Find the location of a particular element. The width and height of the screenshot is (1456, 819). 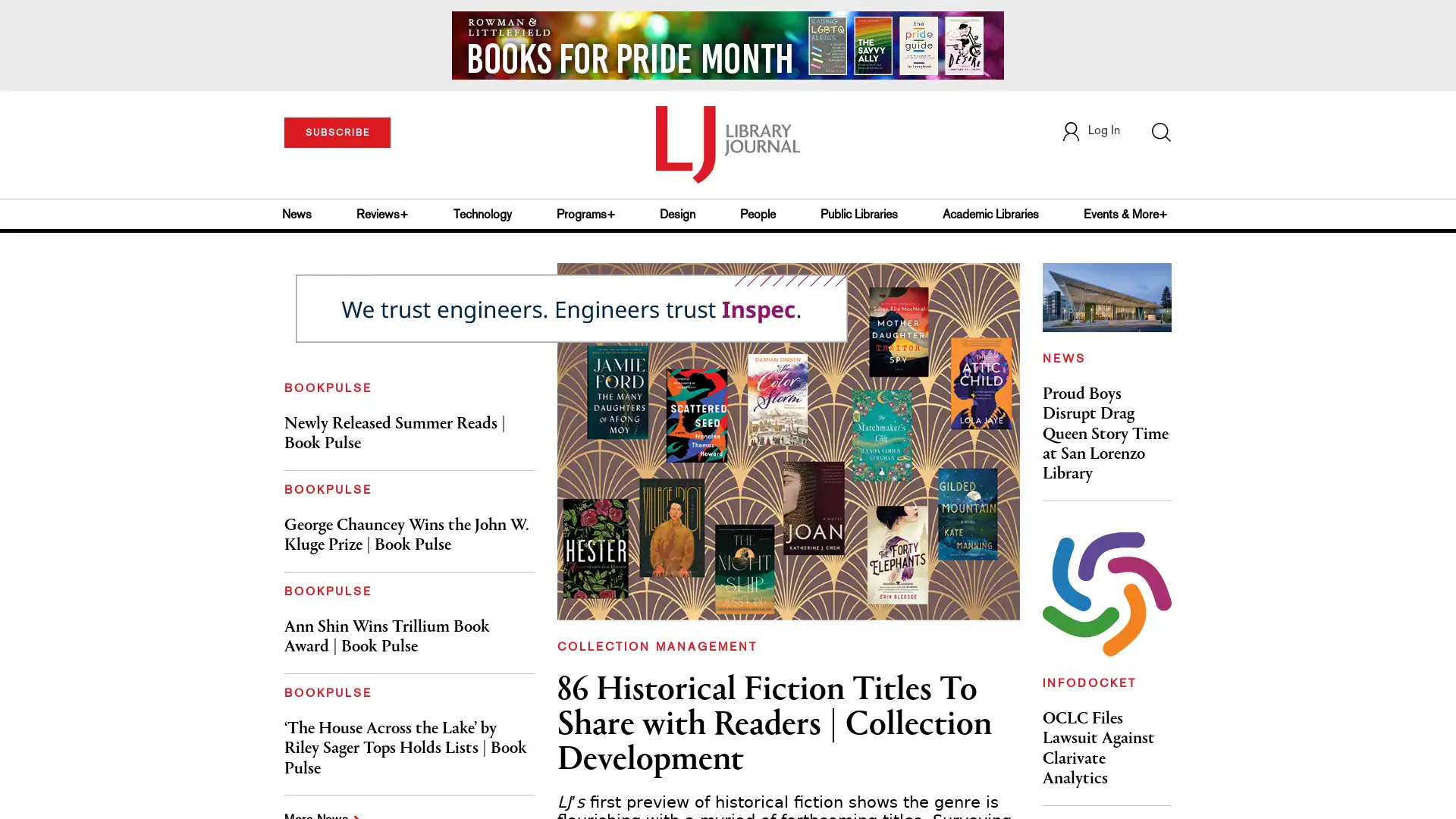

Log In is located at coordinates (1090, 130).